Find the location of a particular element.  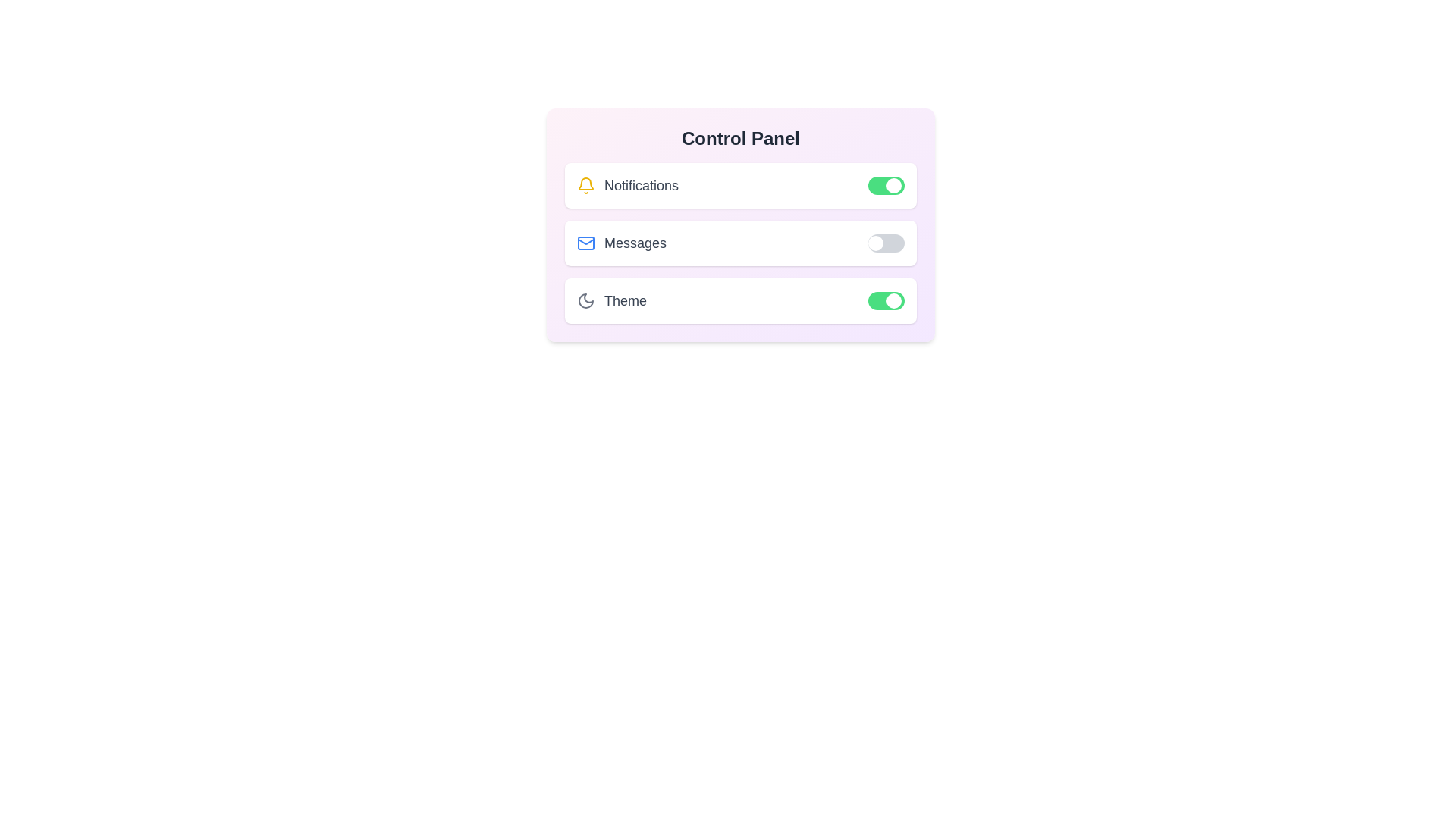

the 'Messages' label with icon in the control panel, which is located in the second row of toggle options is located at coordinates (622, 242).